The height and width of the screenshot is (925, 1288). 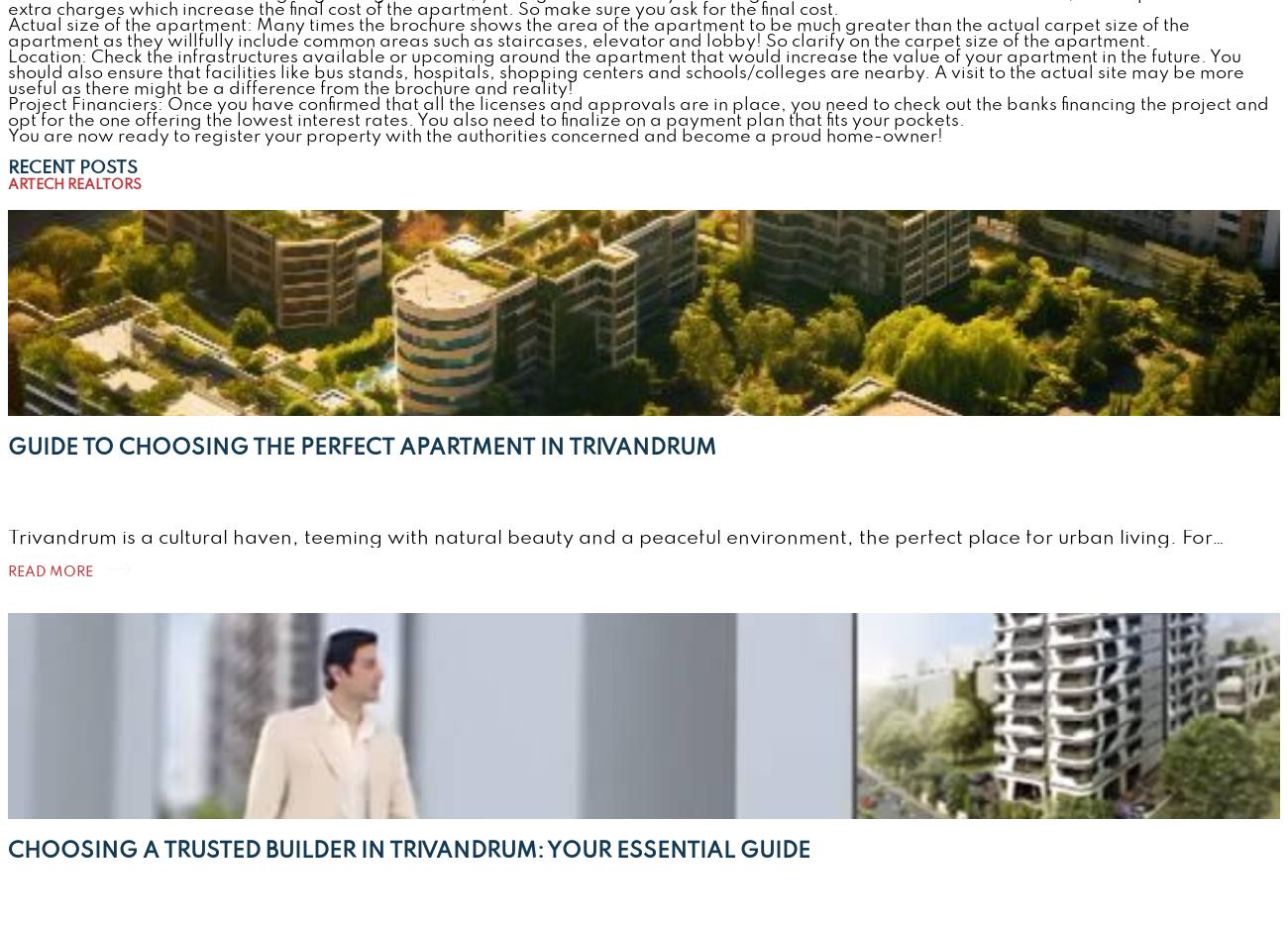 I want to click on 'You are now ready to register your property with the authorities concerned and become a proud home-owner!', so click(x=474, y=136).